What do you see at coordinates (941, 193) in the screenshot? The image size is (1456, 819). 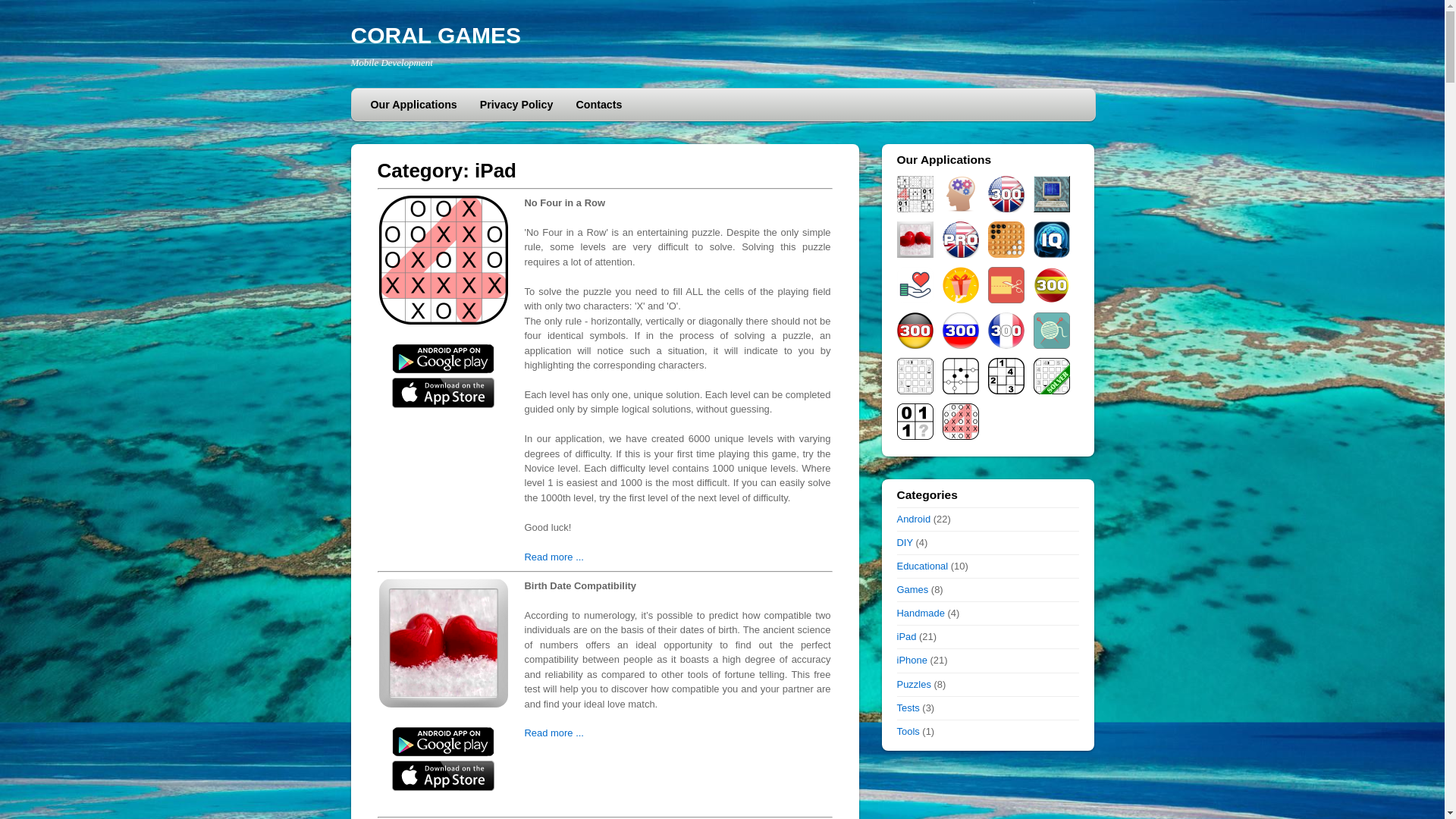 I see `'Bennet Test'` at bounding box center [941, 193].